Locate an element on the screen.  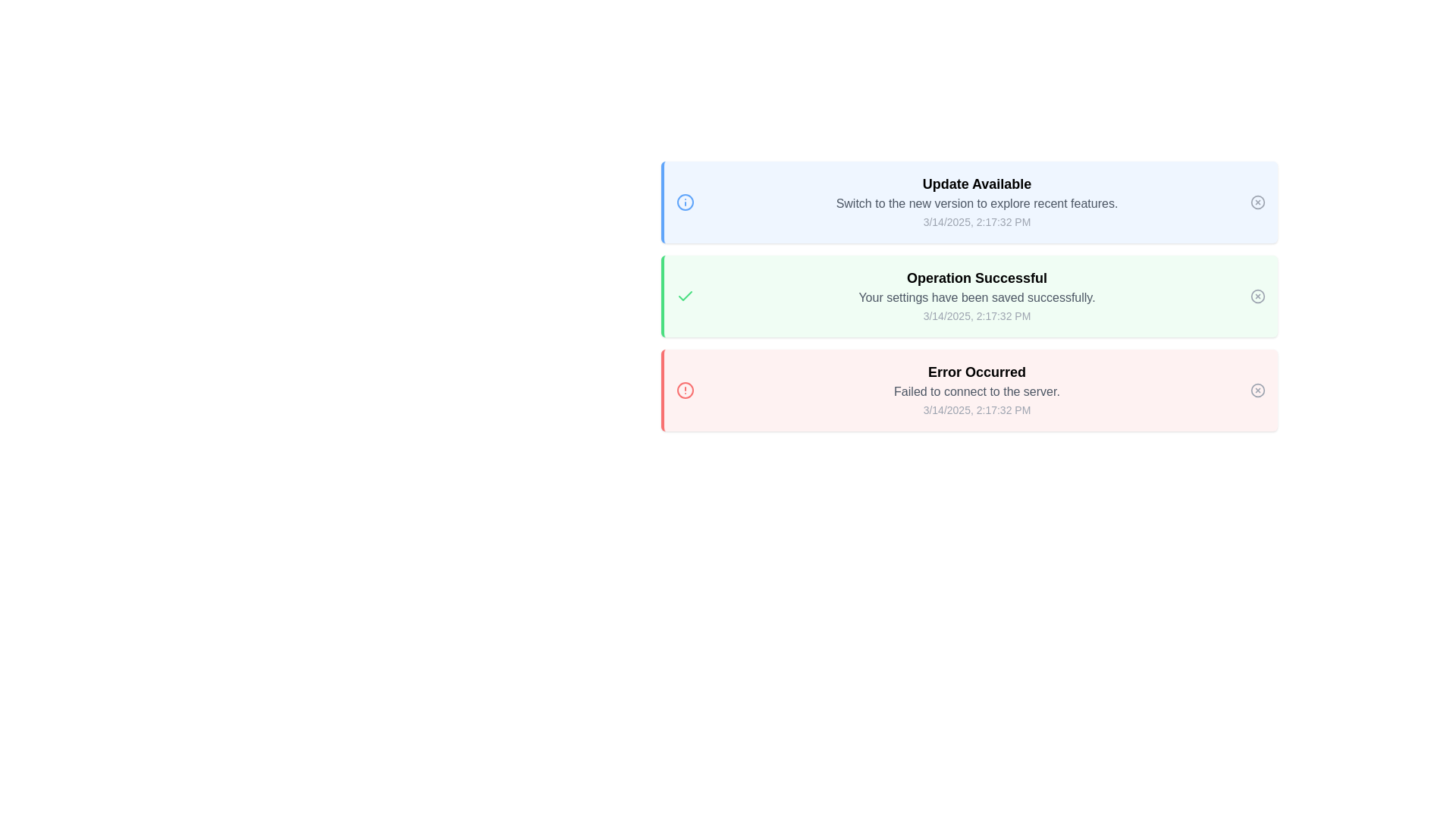
the Circle SVG graphics component that is part of the cancel icon, located on the right side of the green notification box labeled 'Operation Successful.' is located at coordinates (1258, 296).